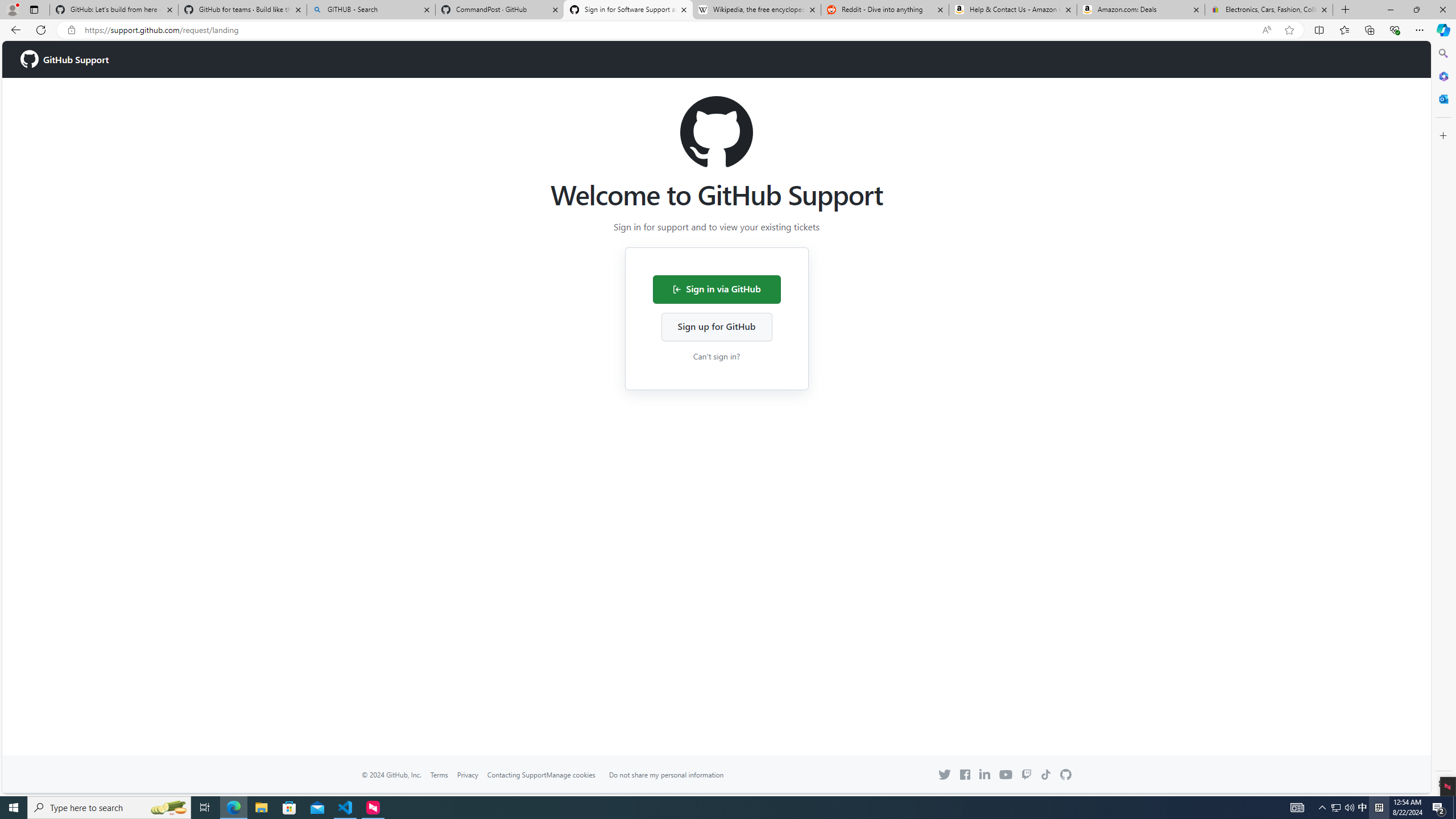  I want to click on 'Electronics, Cars, Fashion, Collectibles & More | eBay', so click(1268, 9).